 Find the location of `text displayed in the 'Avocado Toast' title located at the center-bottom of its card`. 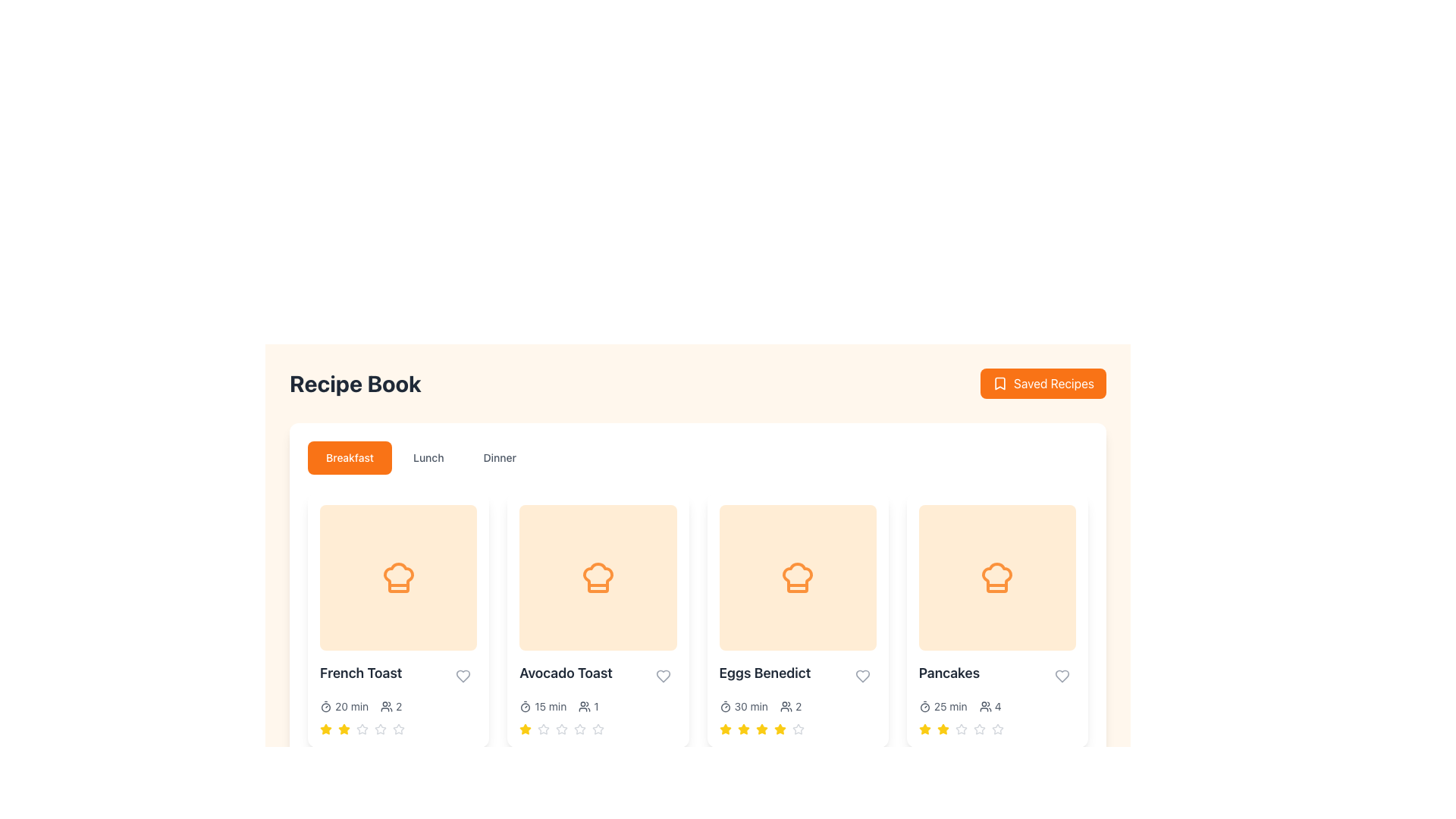

text displayed in the 'Avocado Toast' title located at the center-bottom of its card is located at coordinates (597, 675).